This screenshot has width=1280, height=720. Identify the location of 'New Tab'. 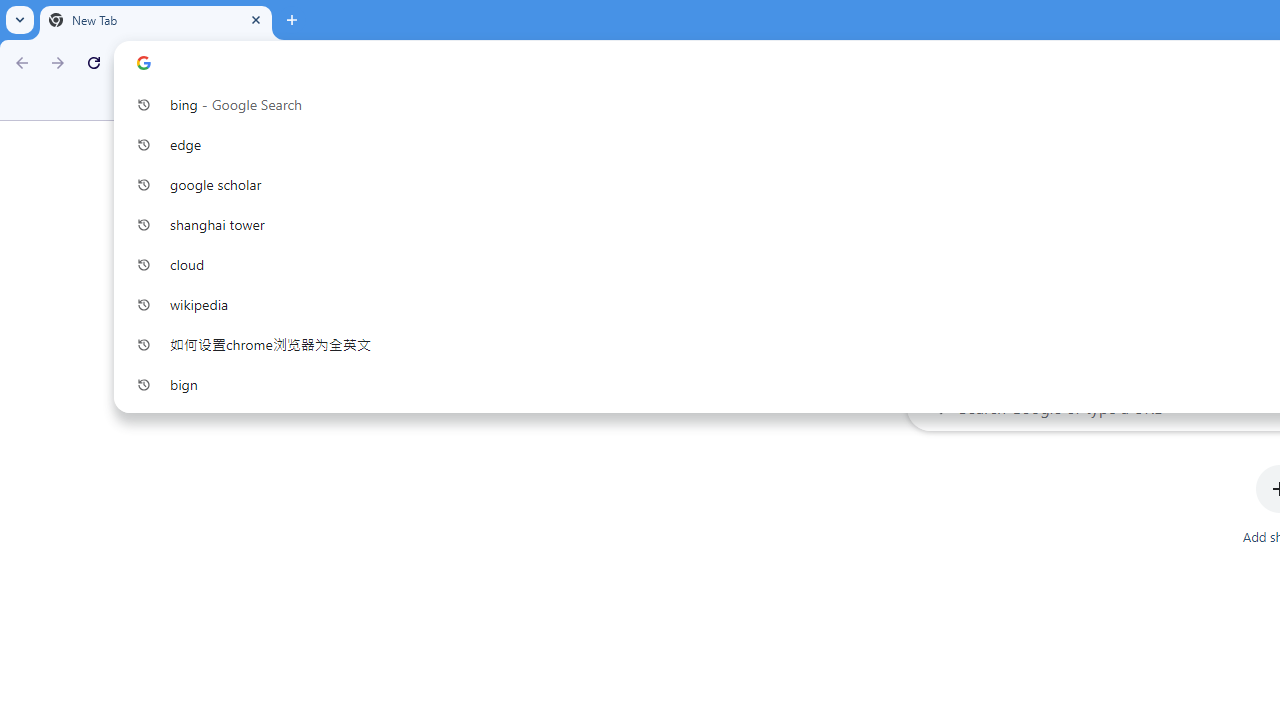
(155, 20).